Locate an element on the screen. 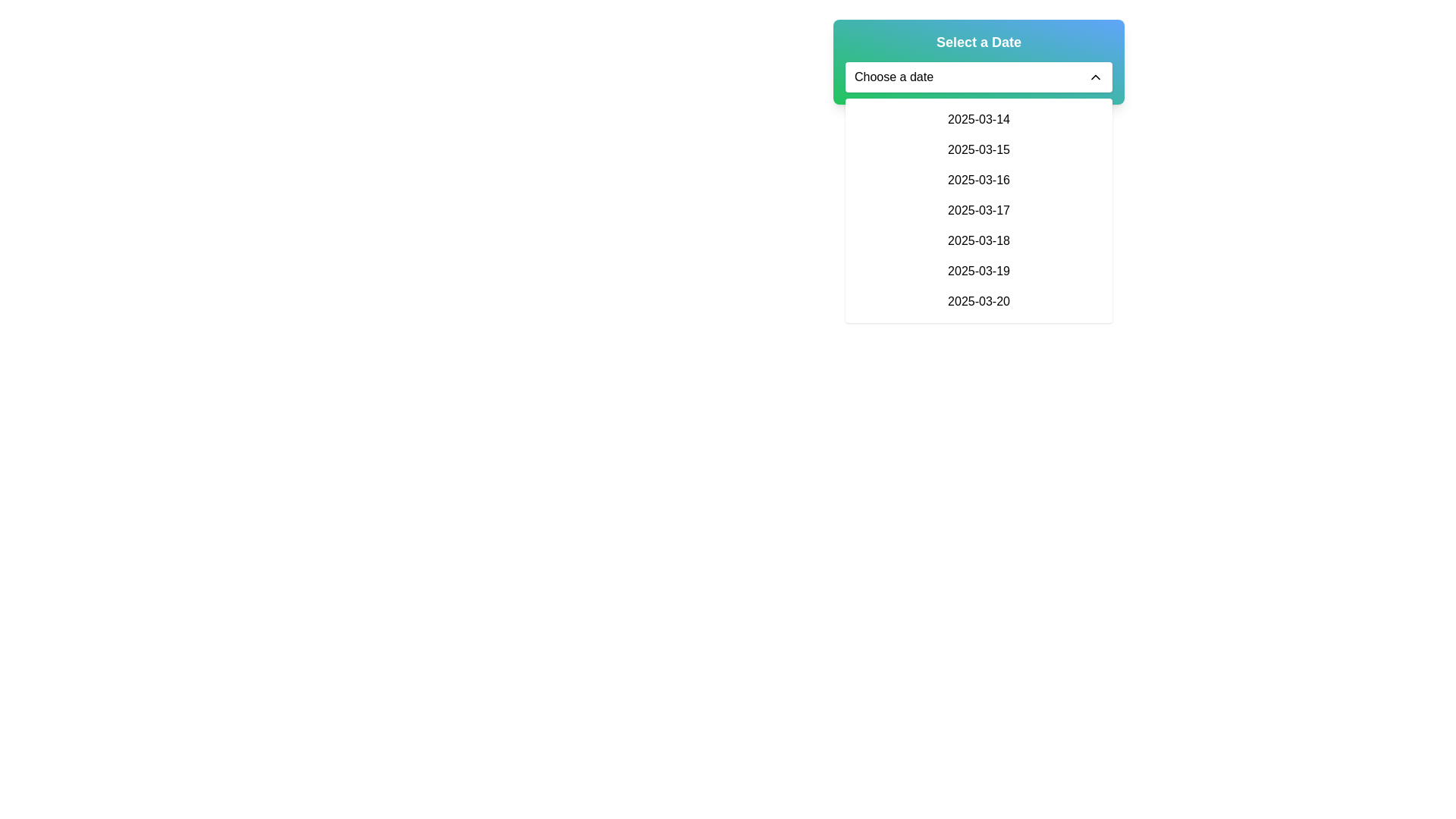 The image size is (1456, 819). the dropdown menu labeled 'Choose a date' is located at coordinates (979, 77).